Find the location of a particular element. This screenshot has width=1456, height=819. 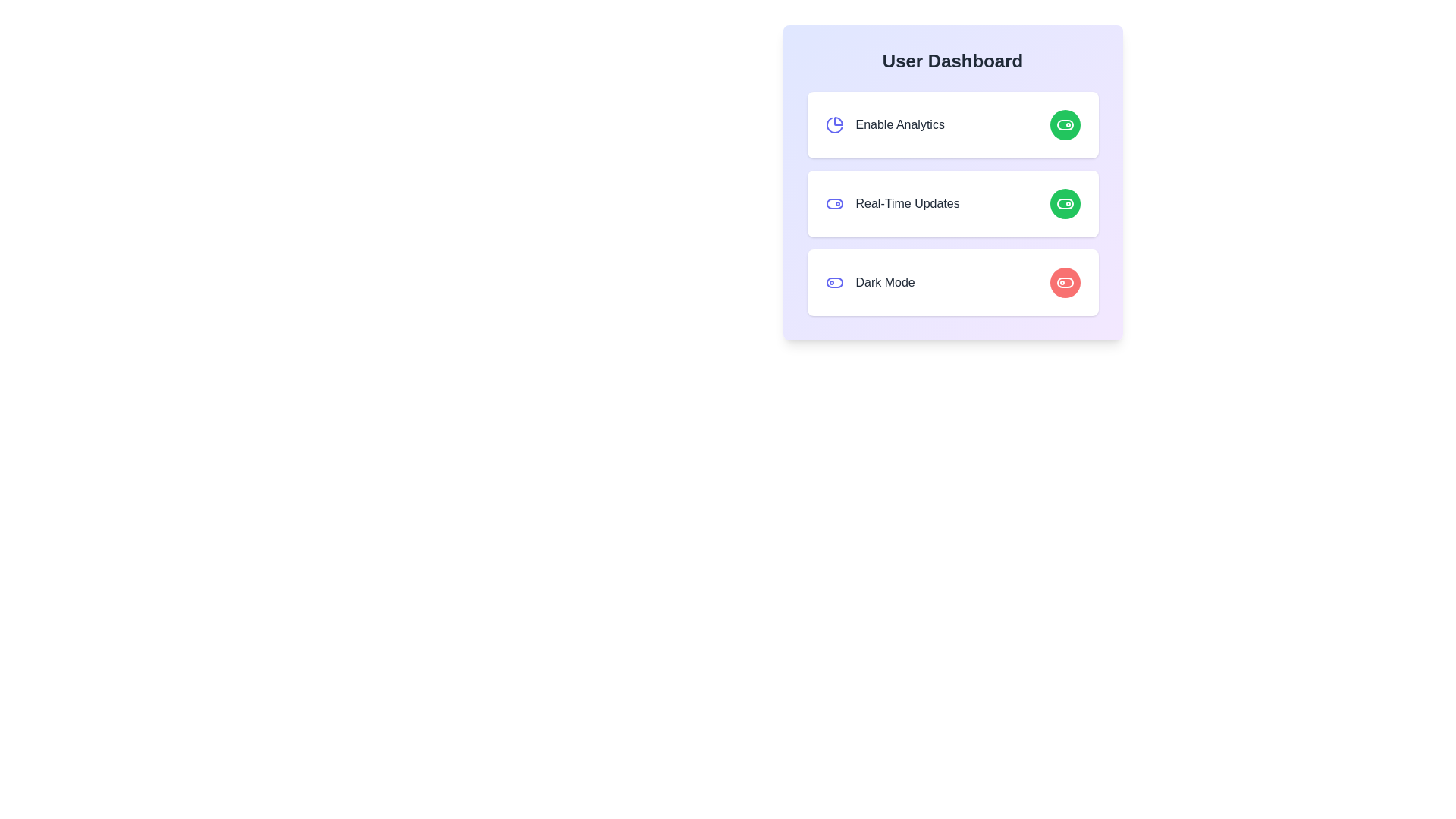

the toggle button for the 'Dark Mode' setting located in the bottom row of the 'User Dashboard' interface, positioned to the right of the 'Dark Mode' text is located at coordinates (1064, 283).